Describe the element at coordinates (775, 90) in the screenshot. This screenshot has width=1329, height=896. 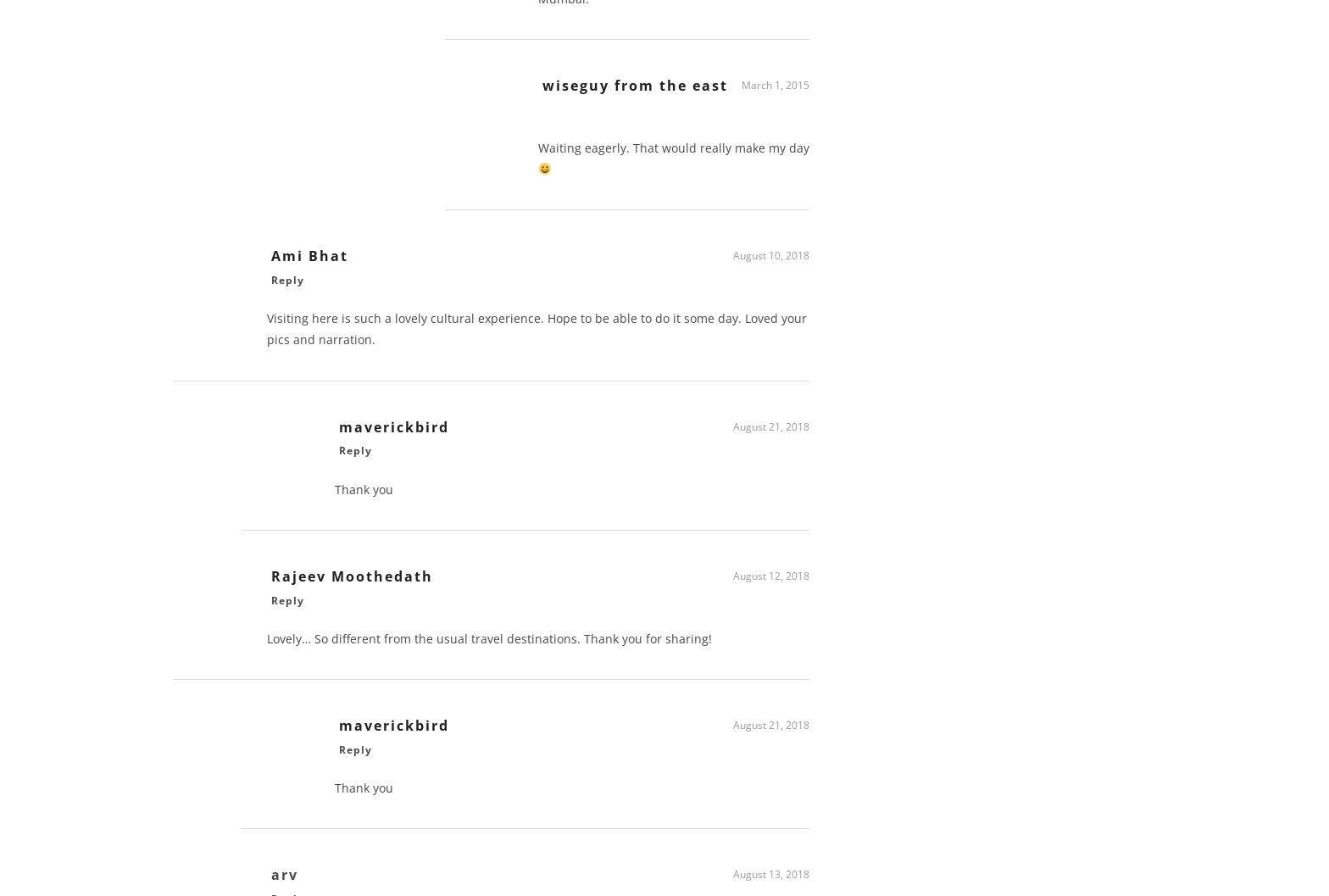
I see `'March 1, 2015'` at that location.